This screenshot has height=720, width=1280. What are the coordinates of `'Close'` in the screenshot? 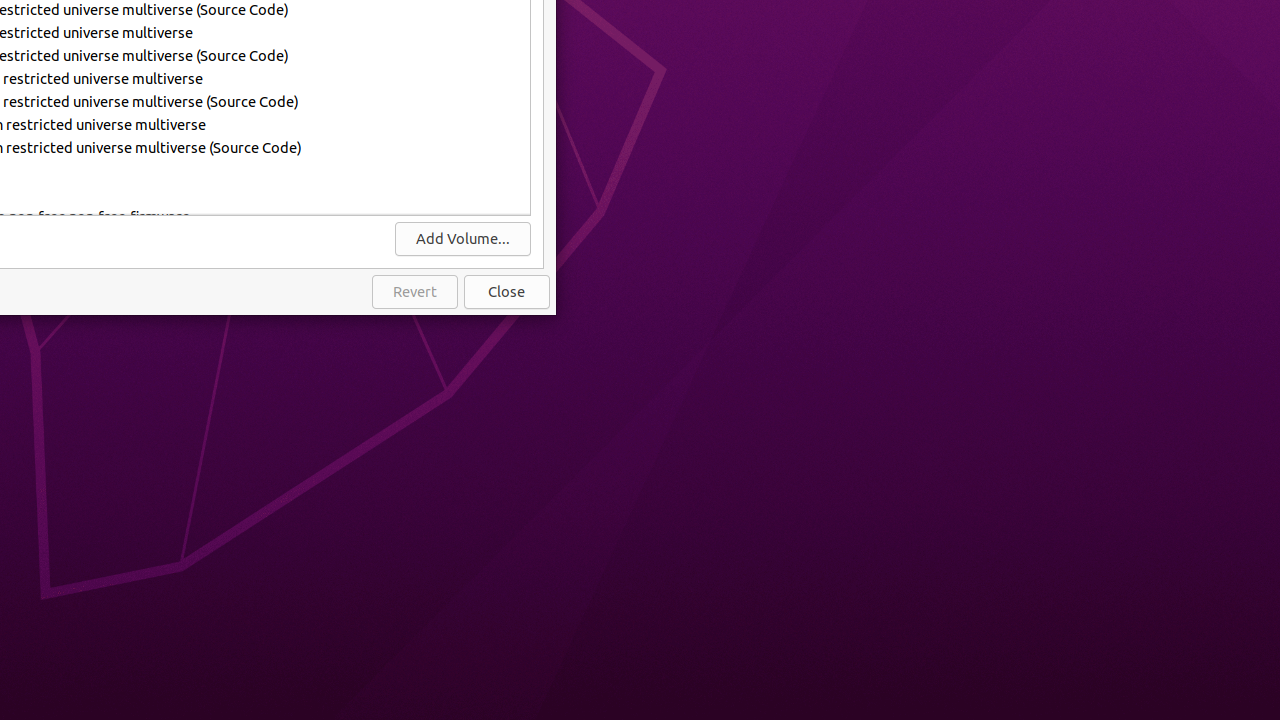 It's located at (507, 292).